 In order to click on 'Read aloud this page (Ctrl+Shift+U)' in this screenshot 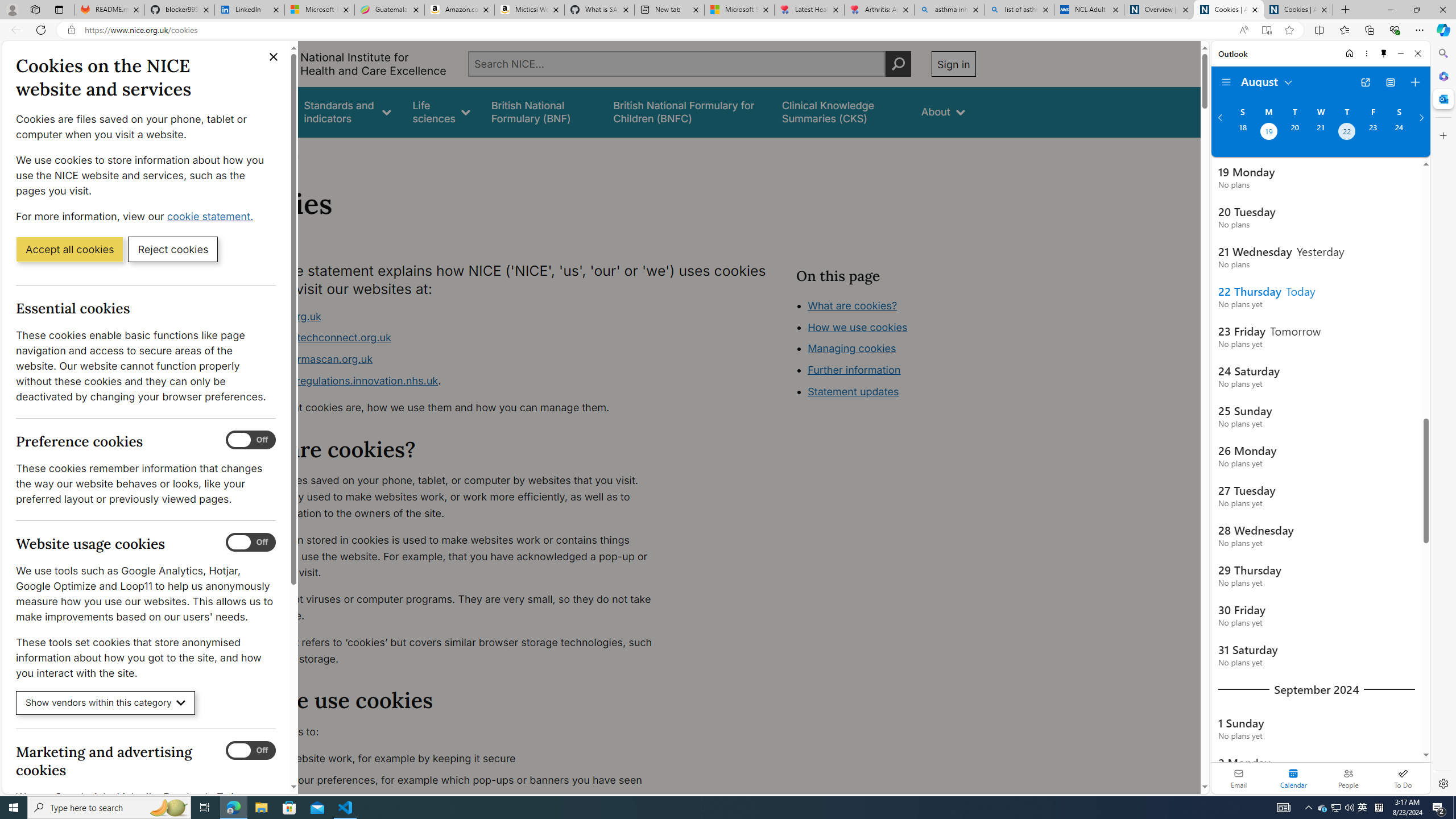, I will do `click(1243, 30)`.